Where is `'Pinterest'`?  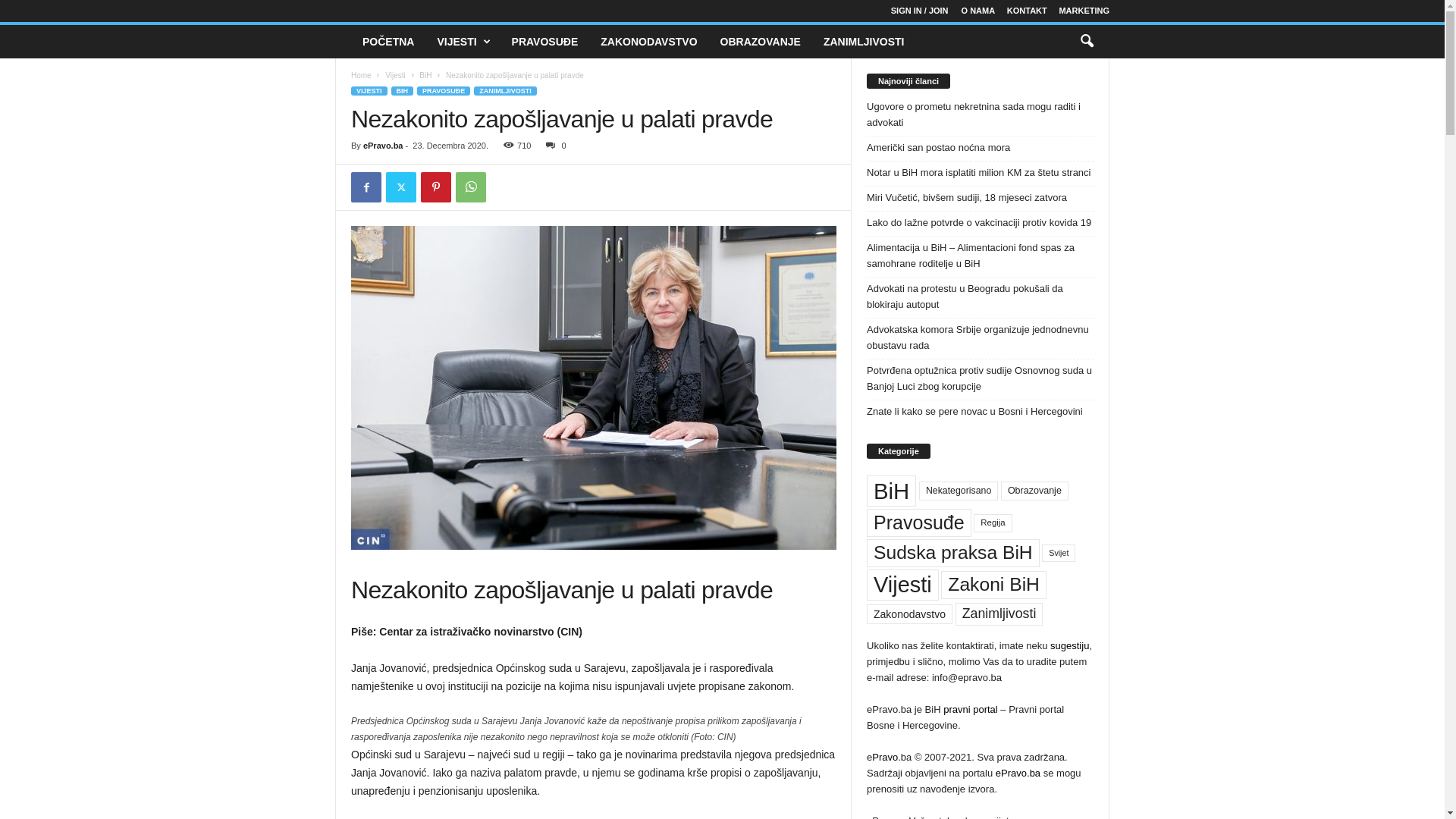 'Pinterest' is located at coordinates (435, 186).